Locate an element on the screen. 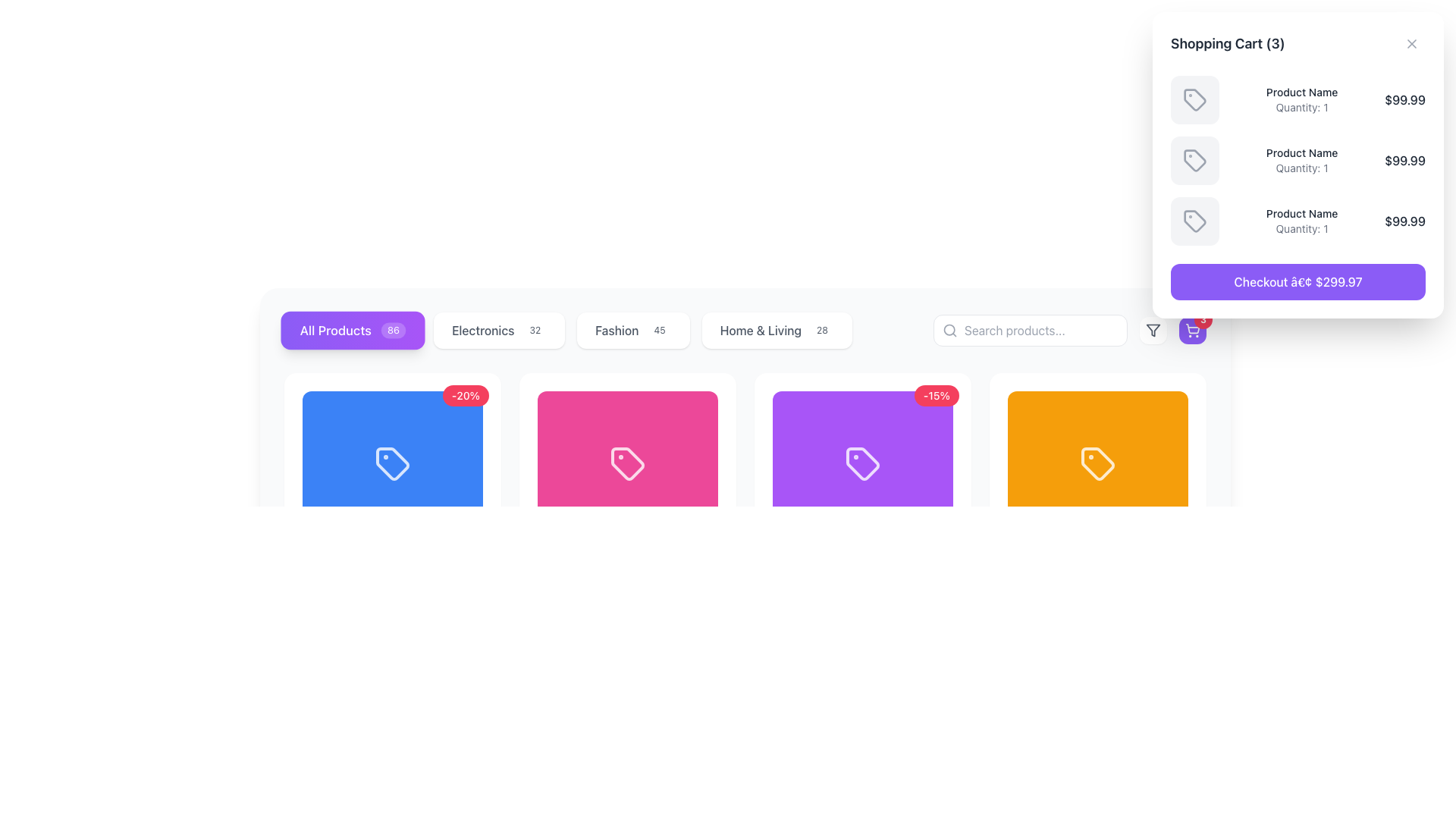  the product name text in the shopping cart sidebar is located at coordinates (1298, 221).